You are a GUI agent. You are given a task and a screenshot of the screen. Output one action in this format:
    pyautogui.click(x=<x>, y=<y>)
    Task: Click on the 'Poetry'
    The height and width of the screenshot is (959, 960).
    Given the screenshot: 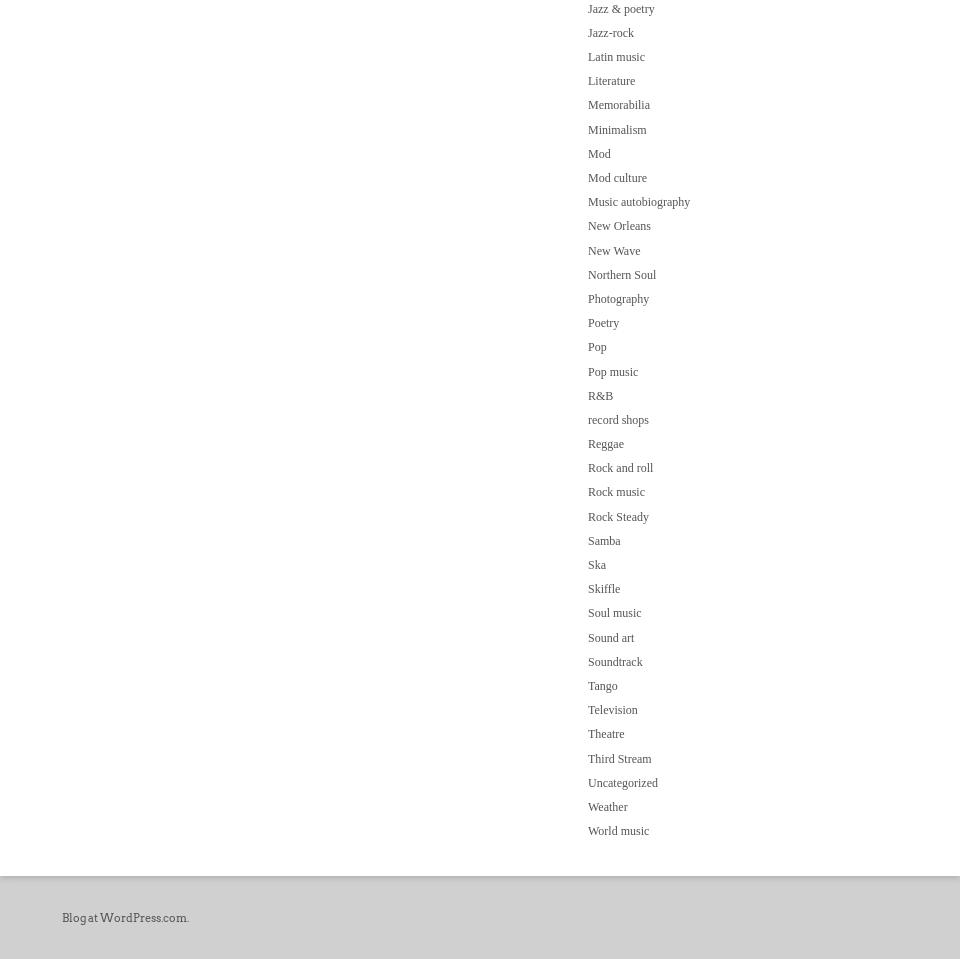 What is the action you would take?
    pyautogui.click(x=602, y=321)
    